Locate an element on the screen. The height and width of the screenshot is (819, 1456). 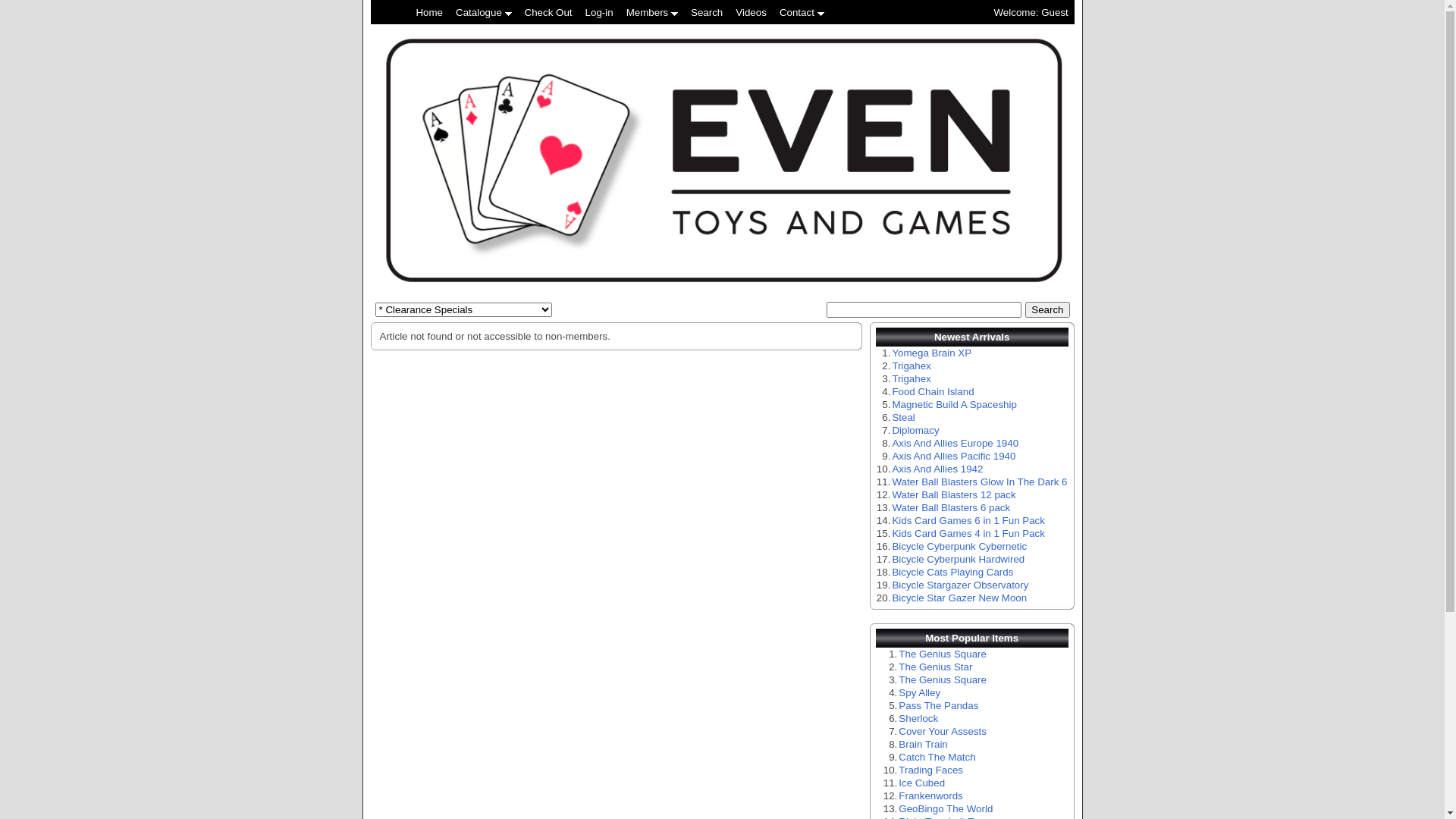
'Magnetic Build A Spaceship' is located at coordinates (953, 403).